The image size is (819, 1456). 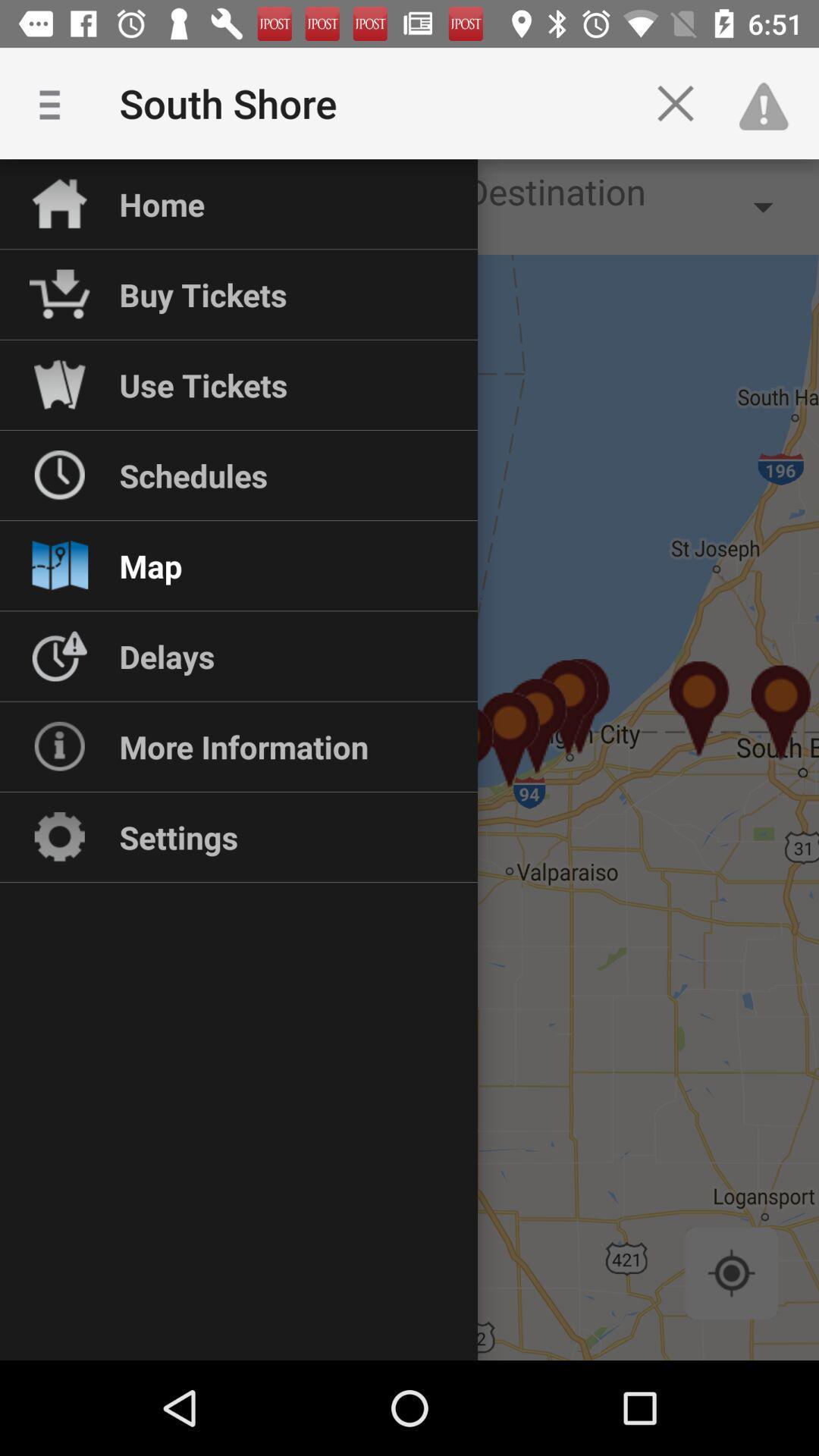 I want to click on the location_crosshair icon, so click(x=730, y=1272).